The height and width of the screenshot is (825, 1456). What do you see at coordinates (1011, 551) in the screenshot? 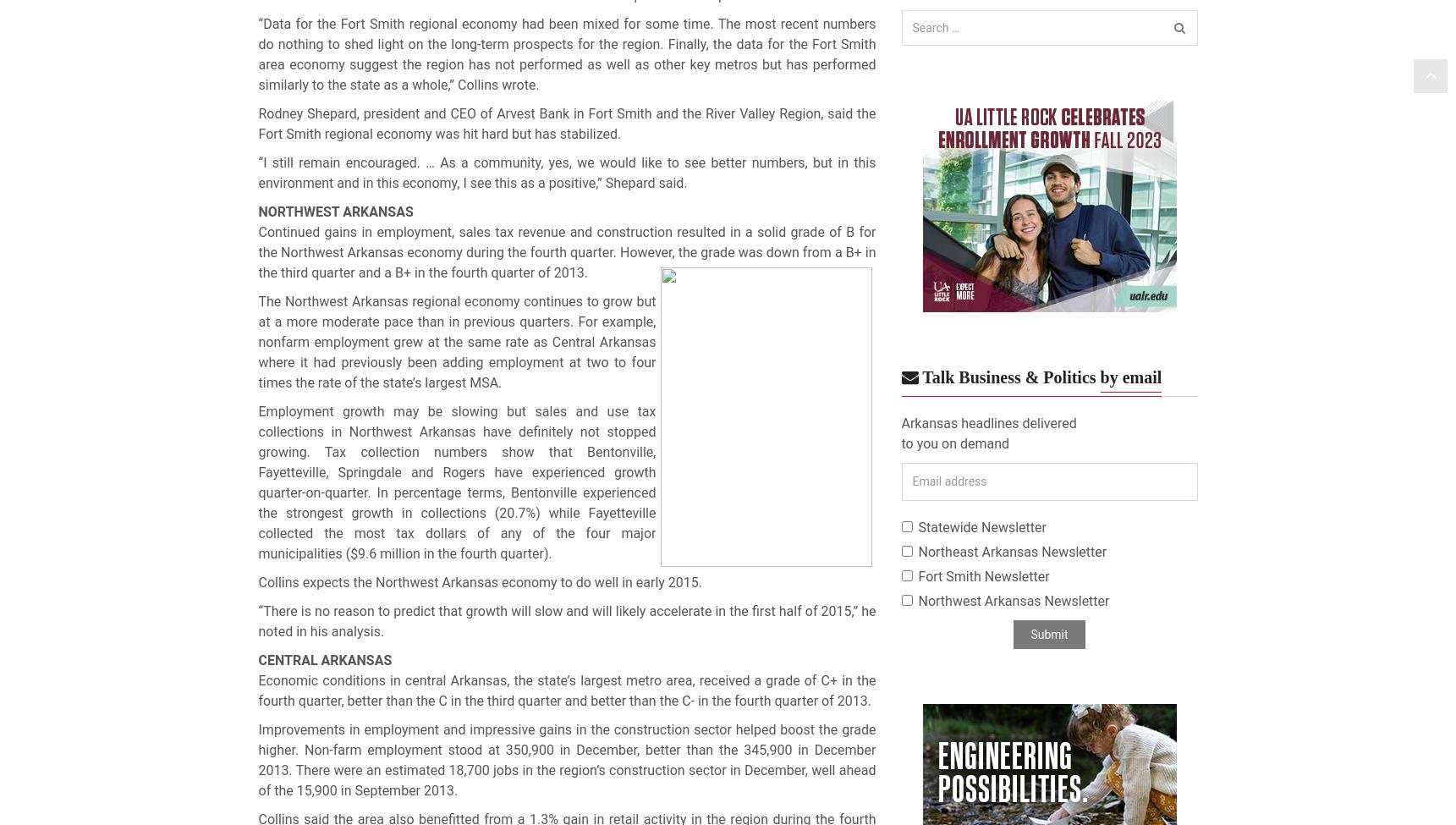
I see `'Northeast Arkansas Newsletter'` at bounding box center [1011, 551].